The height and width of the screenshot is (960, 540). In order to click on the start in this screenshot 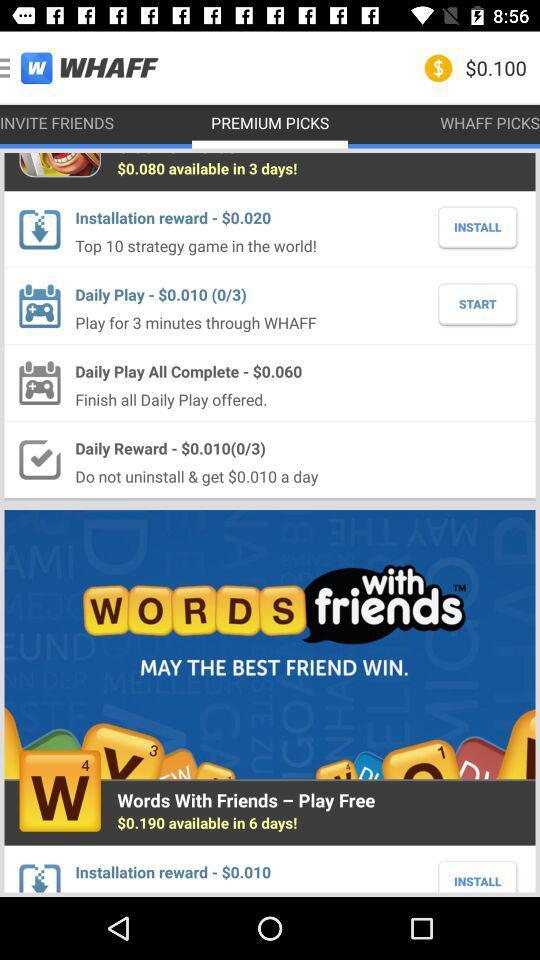, I will do `click(476, 304)`.